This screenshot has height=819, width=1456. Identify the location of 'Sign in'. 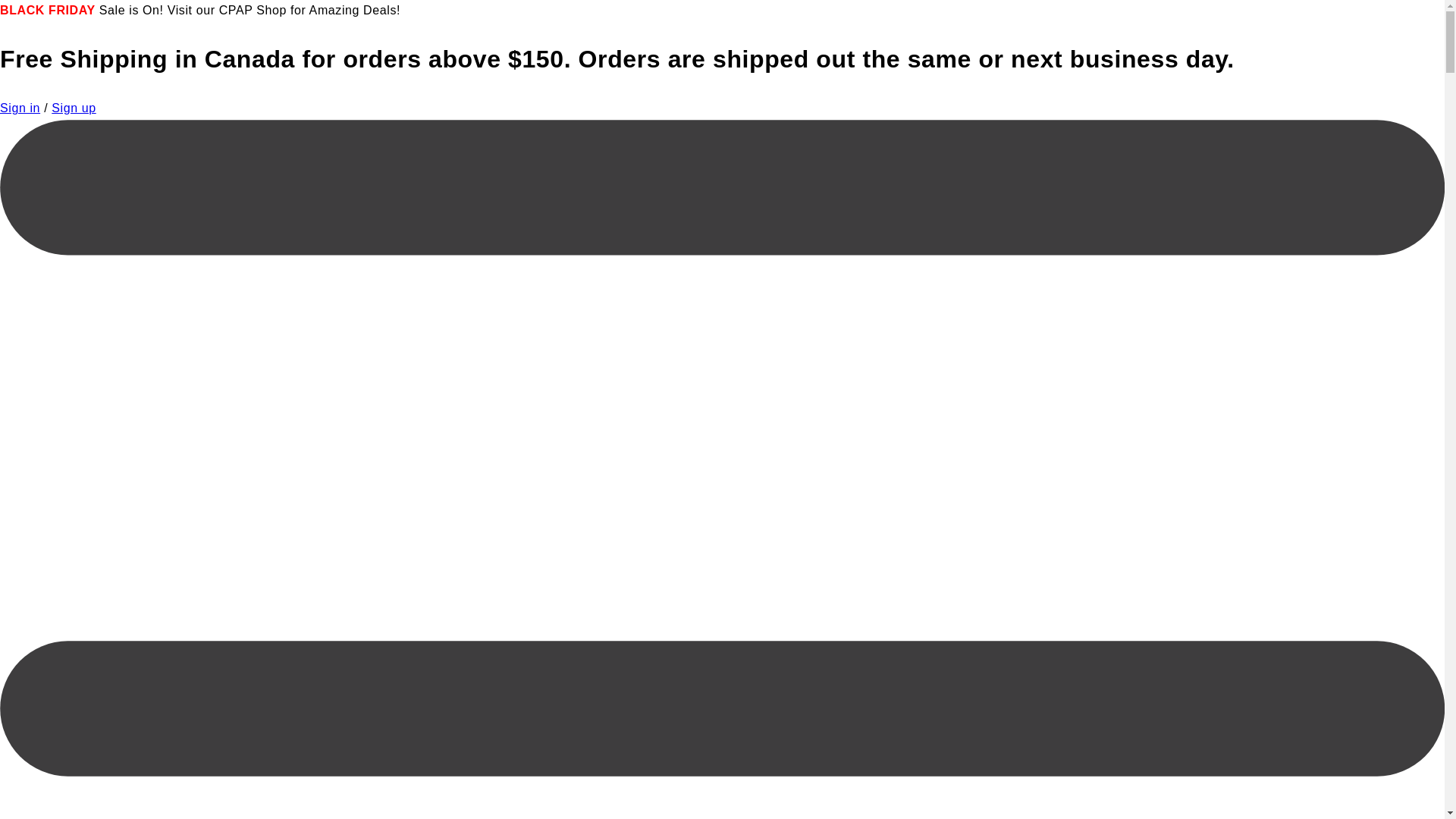
(20, 107).